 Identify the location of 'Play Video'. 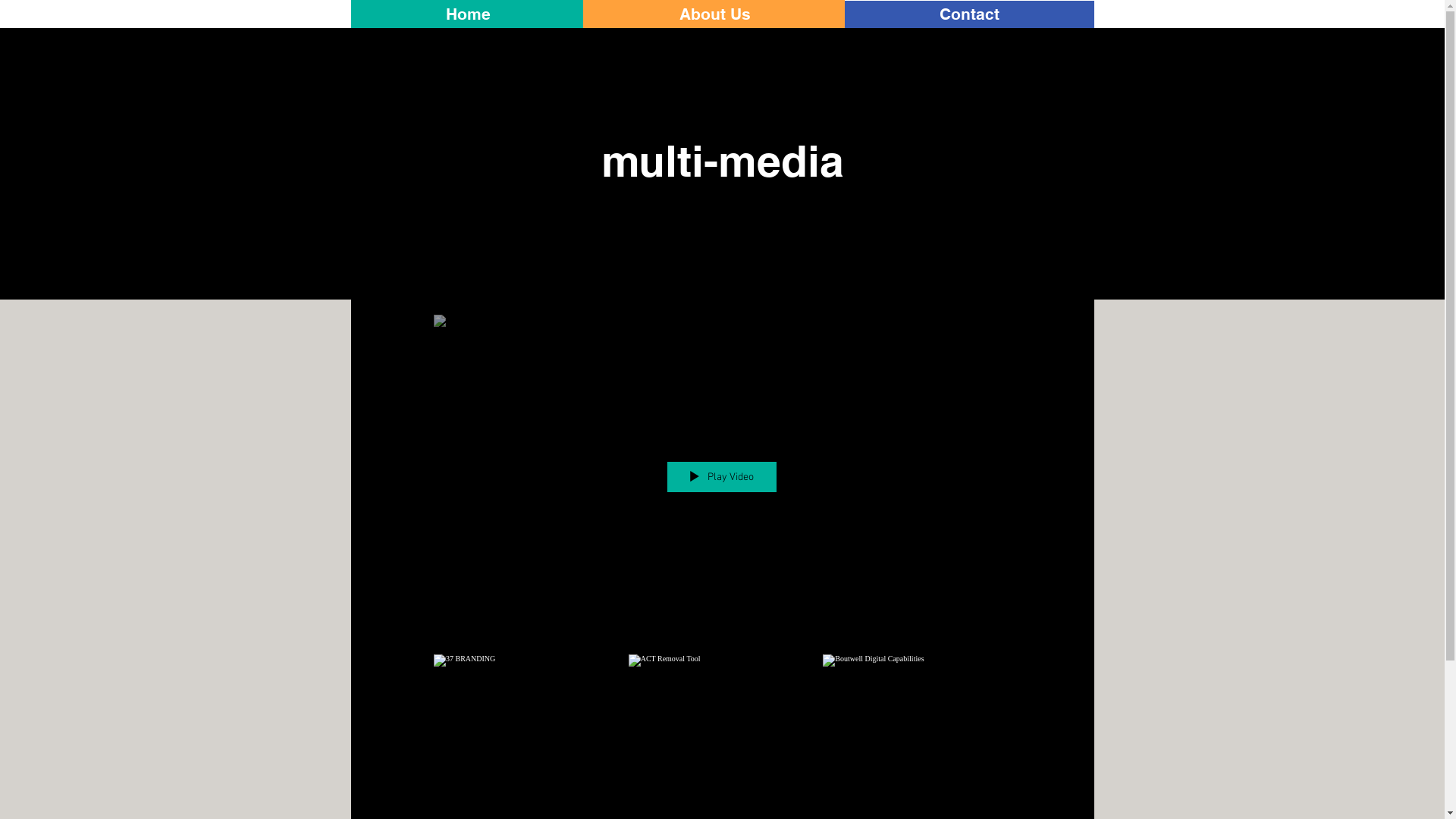
(666, 475).